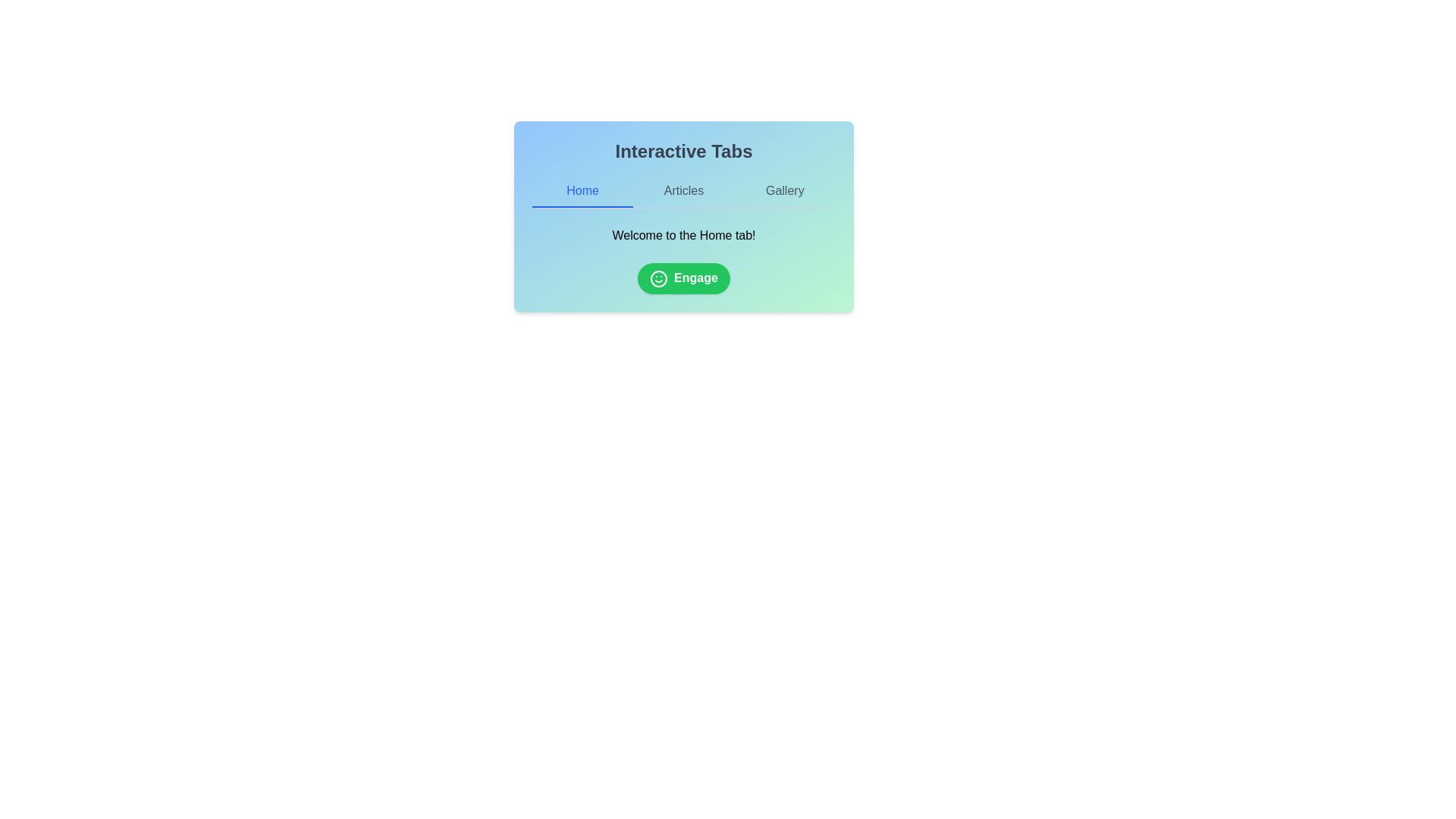 The height and width of the screenshot is (819, 1456). I want to click on the prominent button located centrally within the segment displaying 'Welcome to the Home tab!', so click(683, 278).